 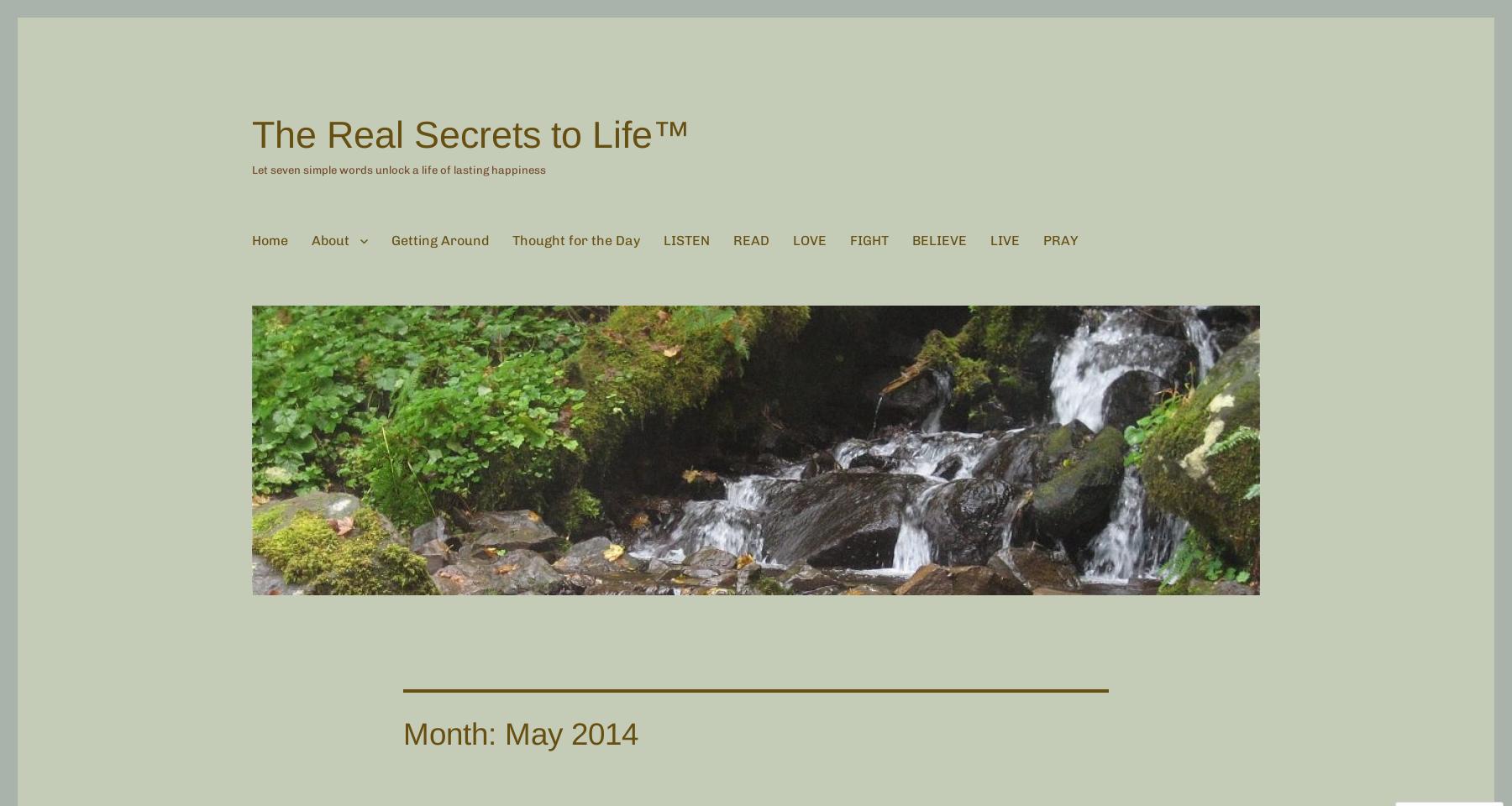 I want to click on 'READ', so click(x=751, y=239).